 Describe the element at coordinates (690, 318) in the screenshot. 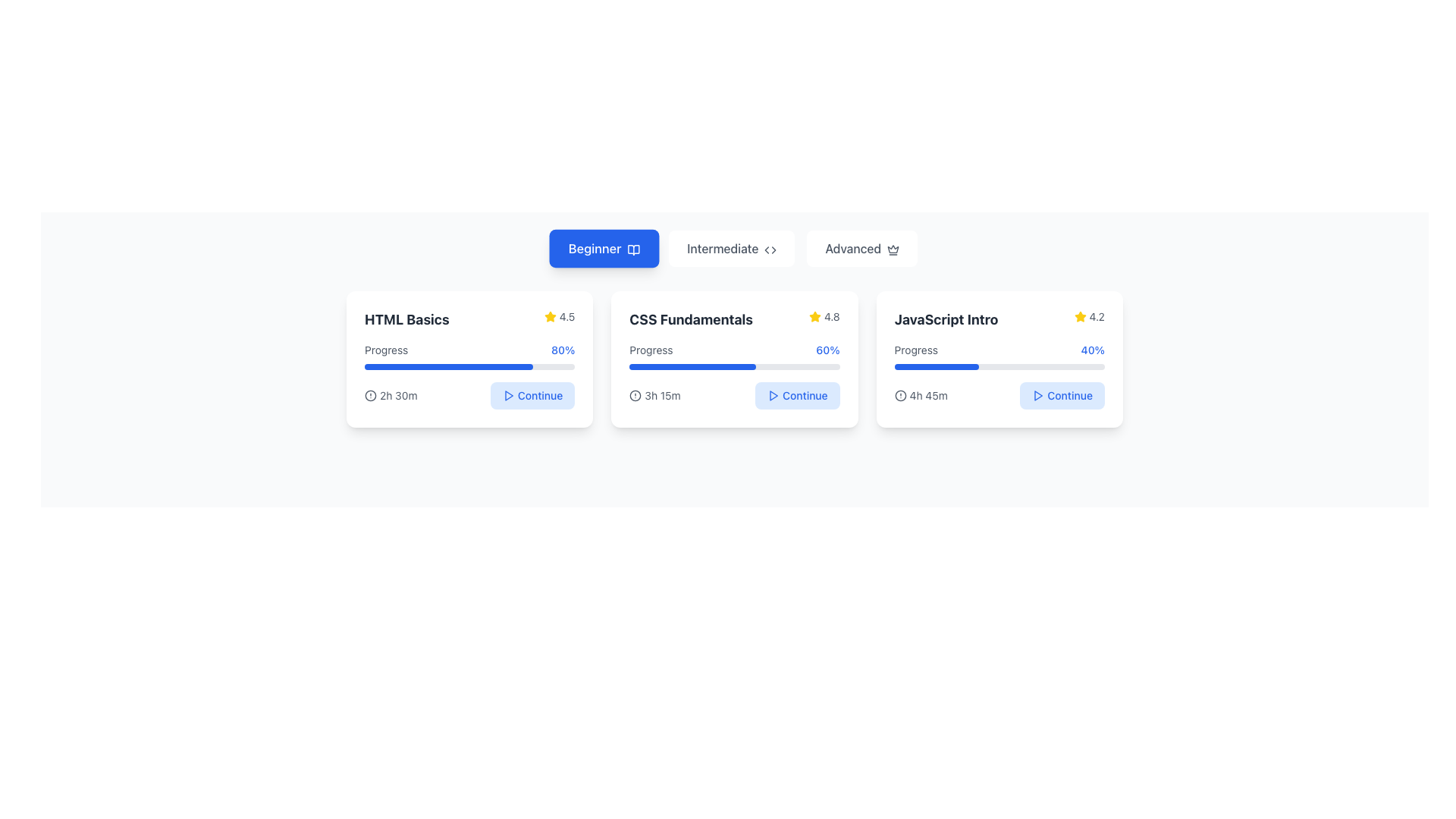

I see `text displayed as the title of the course located at the center-top of the course card` at that location.